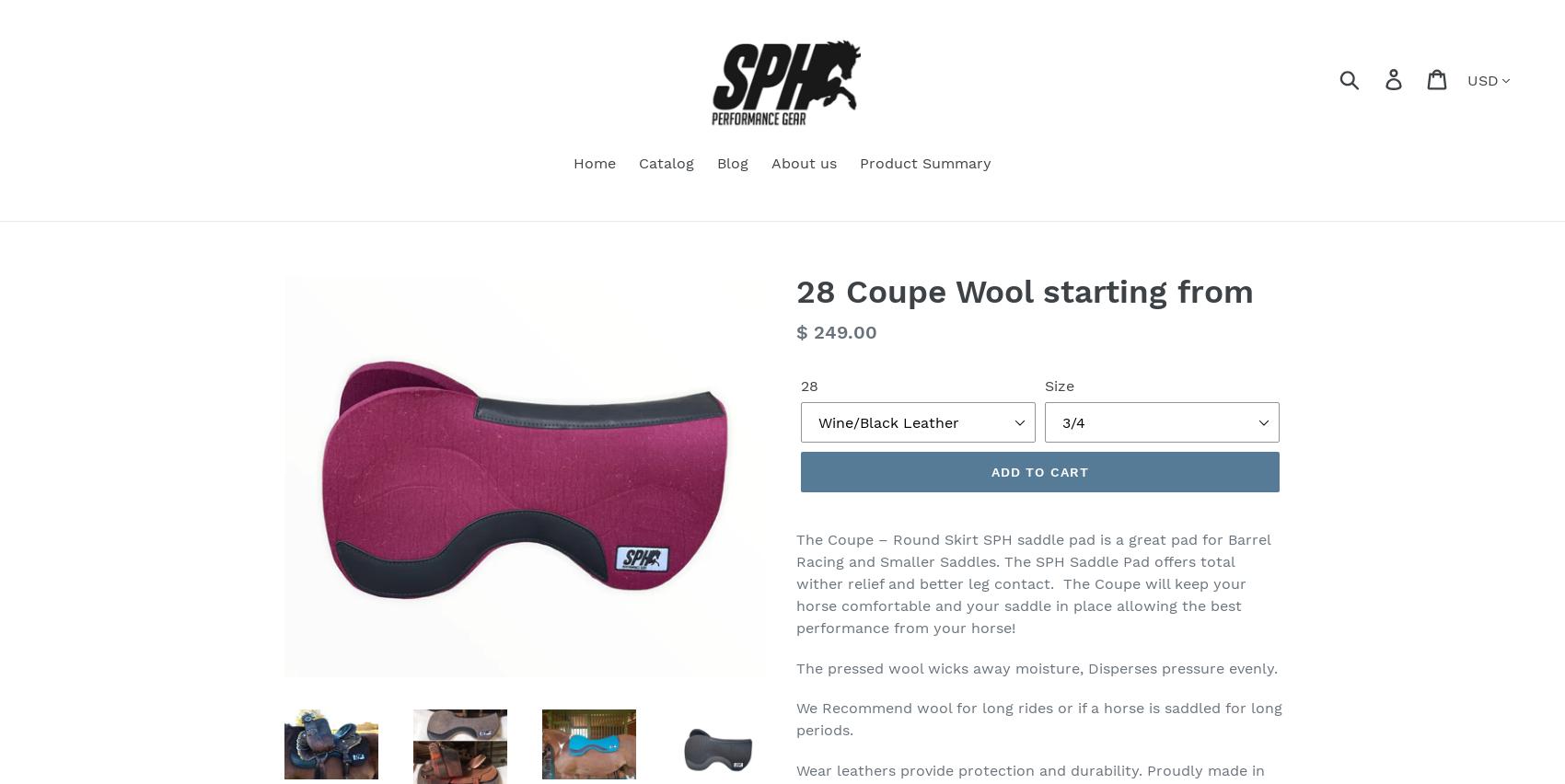 Image resolution: width=1565 pixels, height=784 pixels. I want to click on 'Add to cart', so click(1039, 469).